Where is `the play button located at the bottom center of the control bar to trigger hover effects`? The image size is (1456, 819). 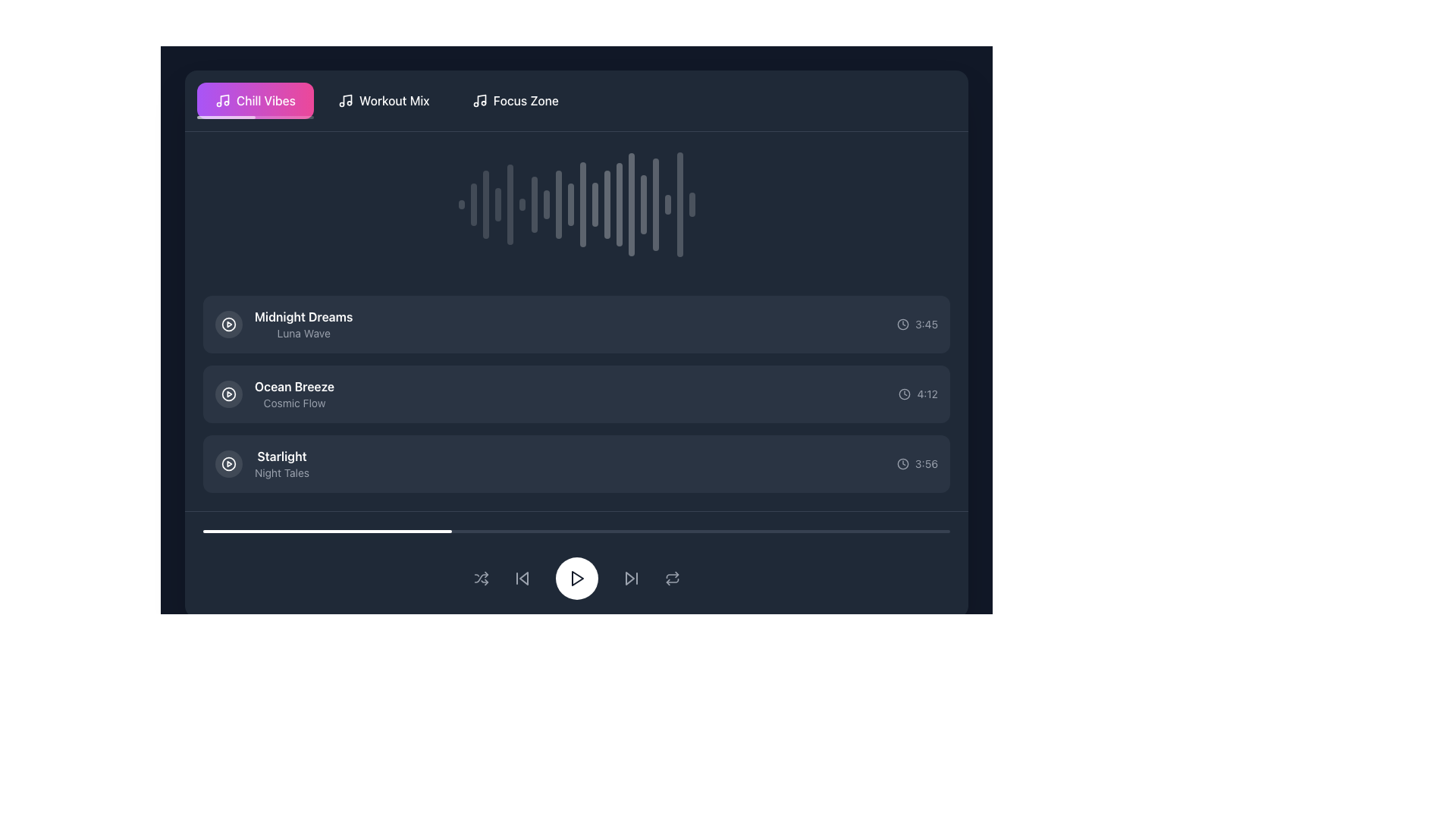
the play button located at the bottom center of the control bar to trigger hover effects is located at coordinates (576, 579).